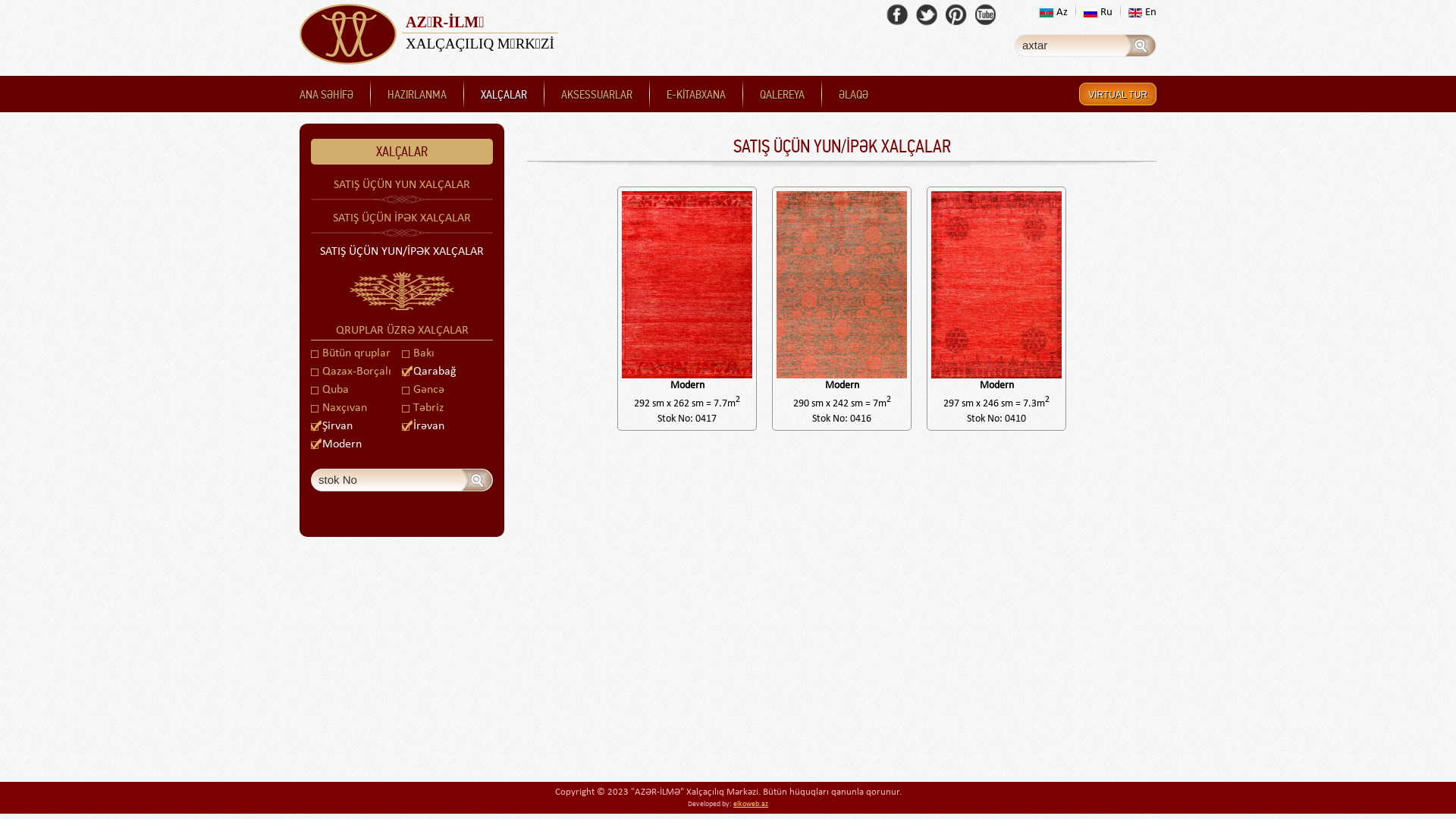 The image size is (1456, 819). I want to click on 'axtar', so click(476, 479).